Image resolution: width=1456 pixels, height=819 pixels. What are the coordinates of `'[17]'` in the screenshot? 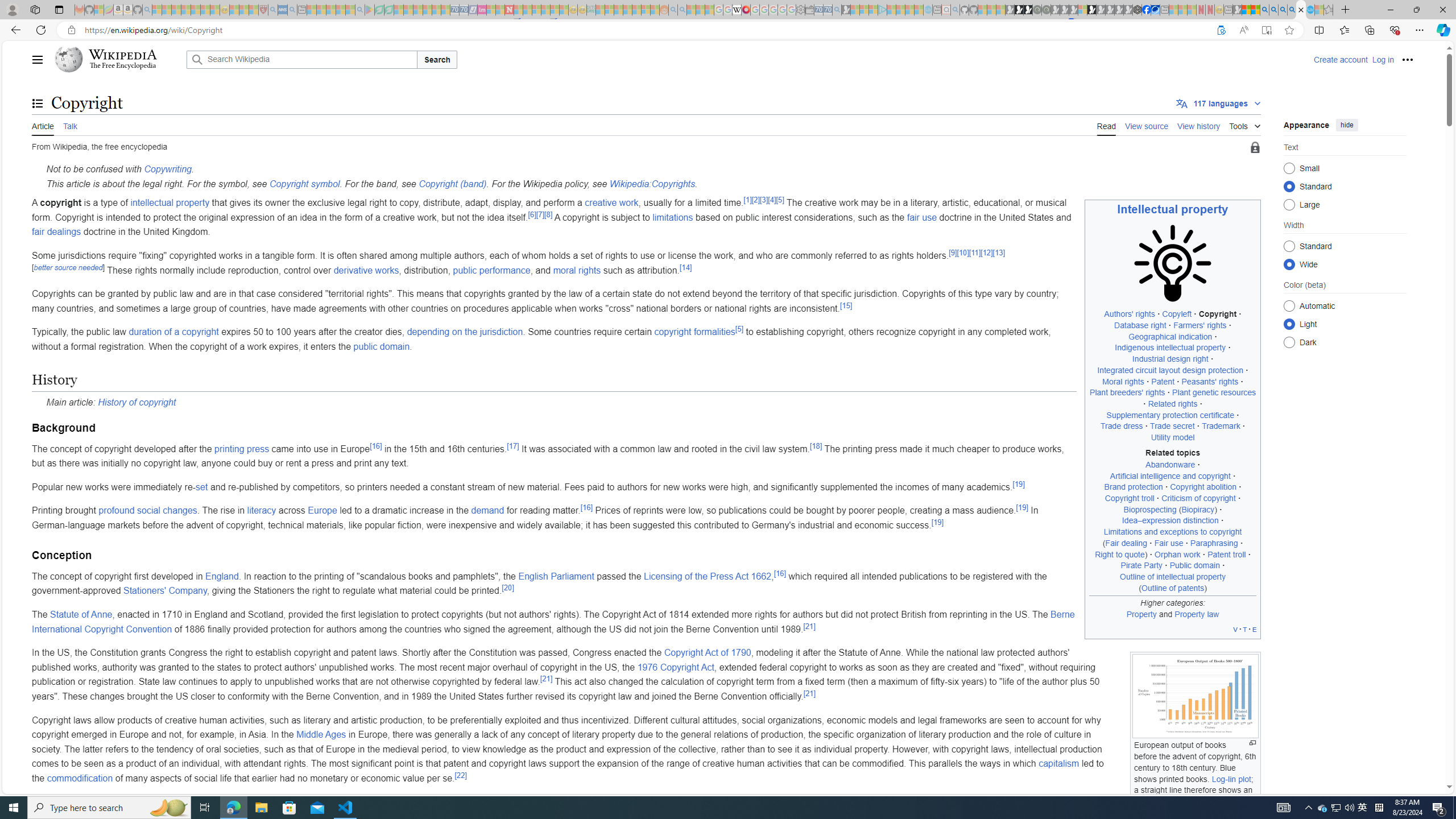 It's located at (512, 446).